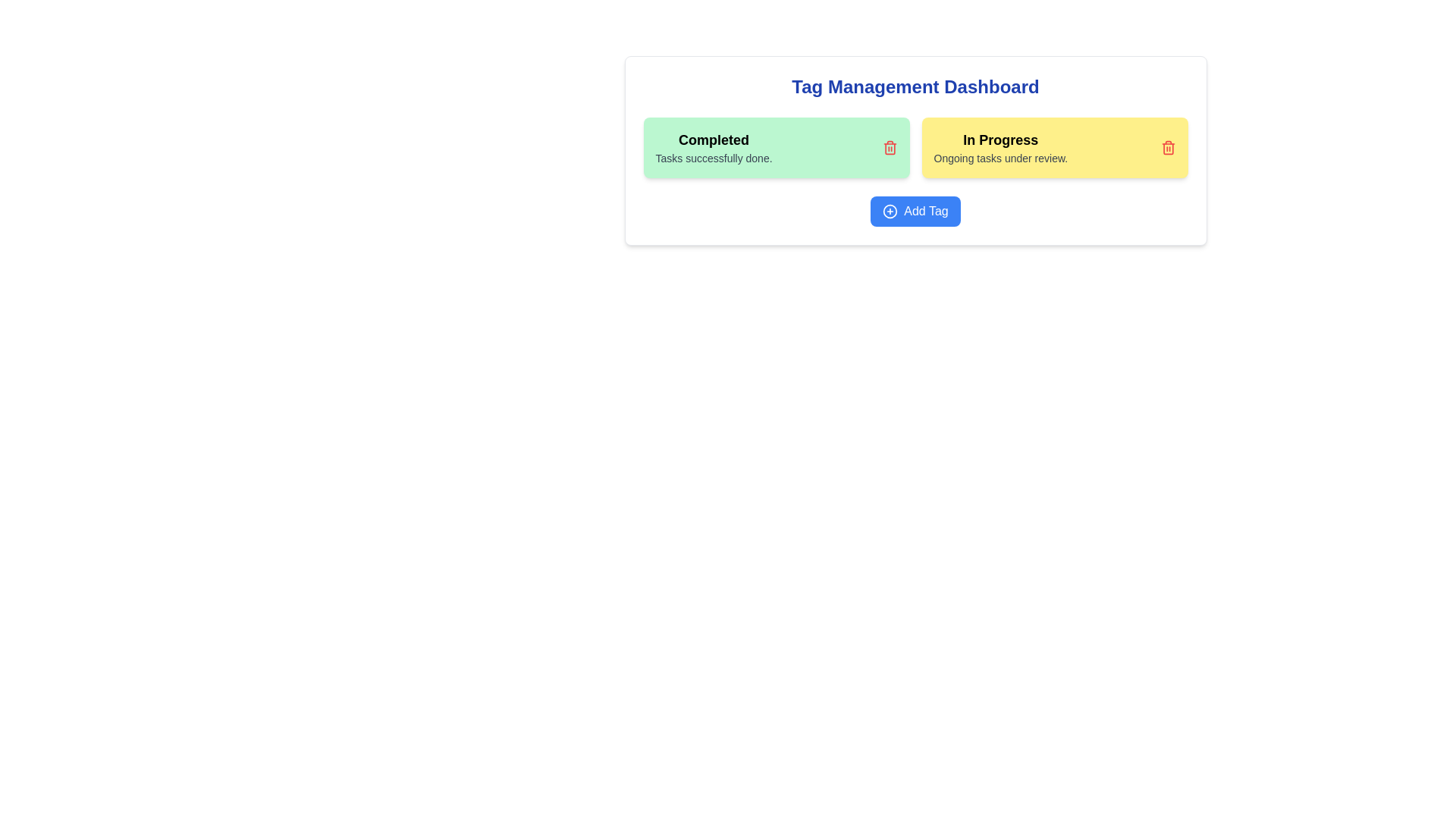 The image size is (1456, 819). What do you see at coordinates (915, 211) in the screenshot?
I see `the rectangular button with rounded corners, blue background, and white text labeled 'Add Tag'` at bounding box center [915, 211].